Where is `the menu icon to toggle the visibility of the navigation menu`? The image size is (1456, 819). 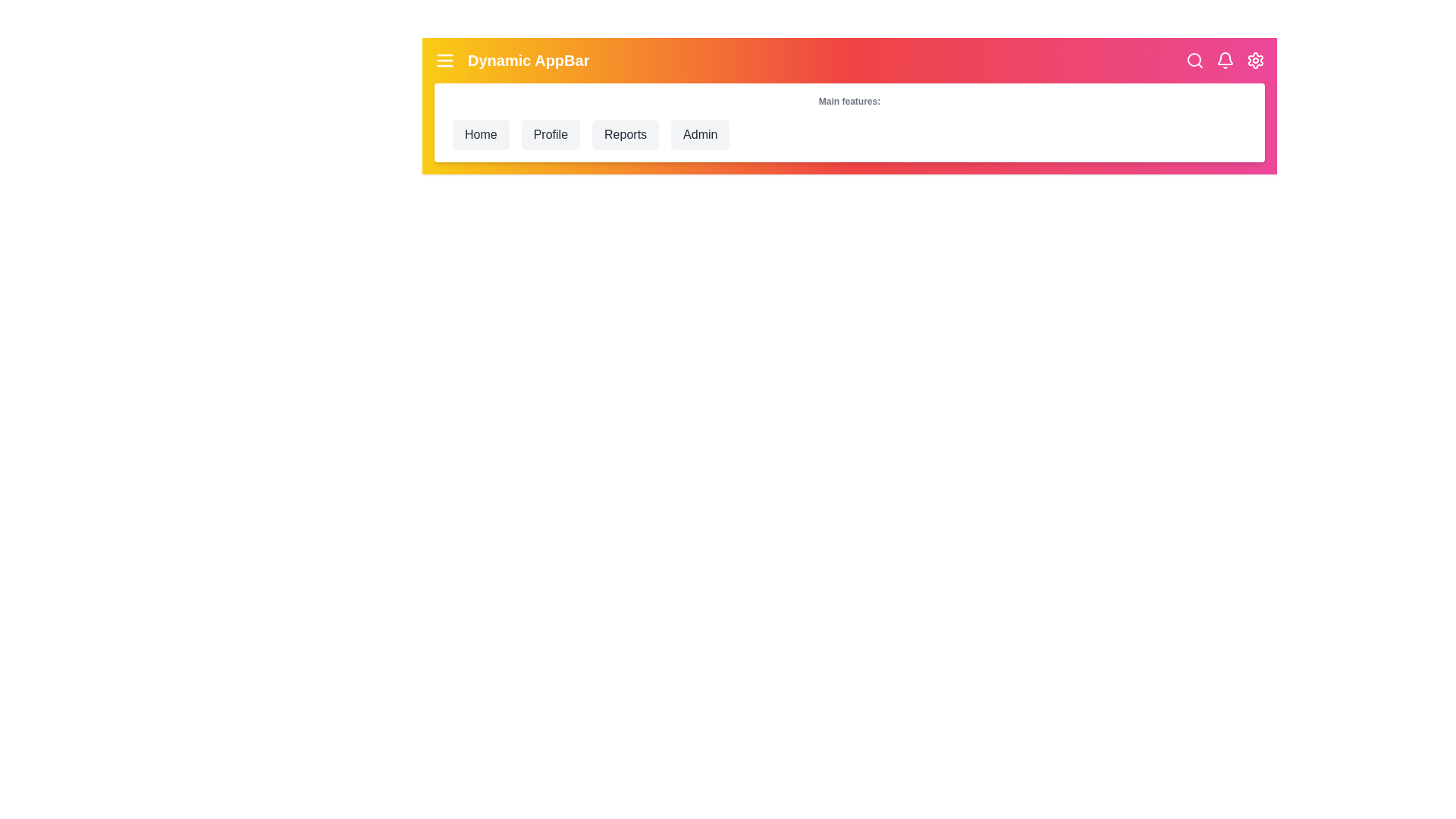 the menu icon to toggle the visibility of the navigation menu is located at coordinates (444, 60).